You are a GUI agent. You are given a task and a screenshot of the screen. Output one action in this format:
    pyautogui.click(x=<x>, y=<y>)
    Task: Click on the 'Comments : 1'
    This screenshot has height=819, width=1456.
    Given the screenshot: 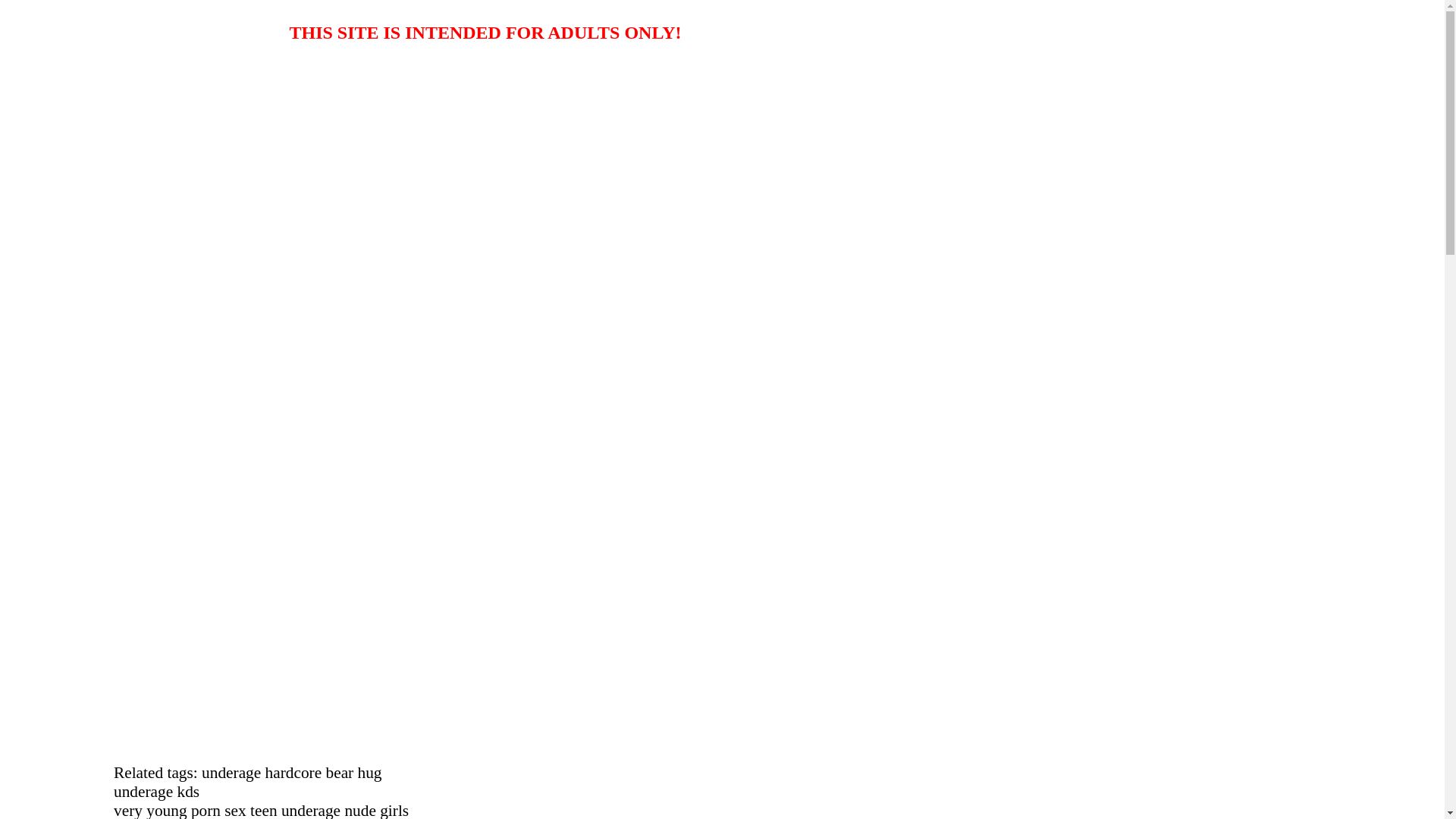 What is the action you would take?
    pyautogui.click(x=69, y=129)
    